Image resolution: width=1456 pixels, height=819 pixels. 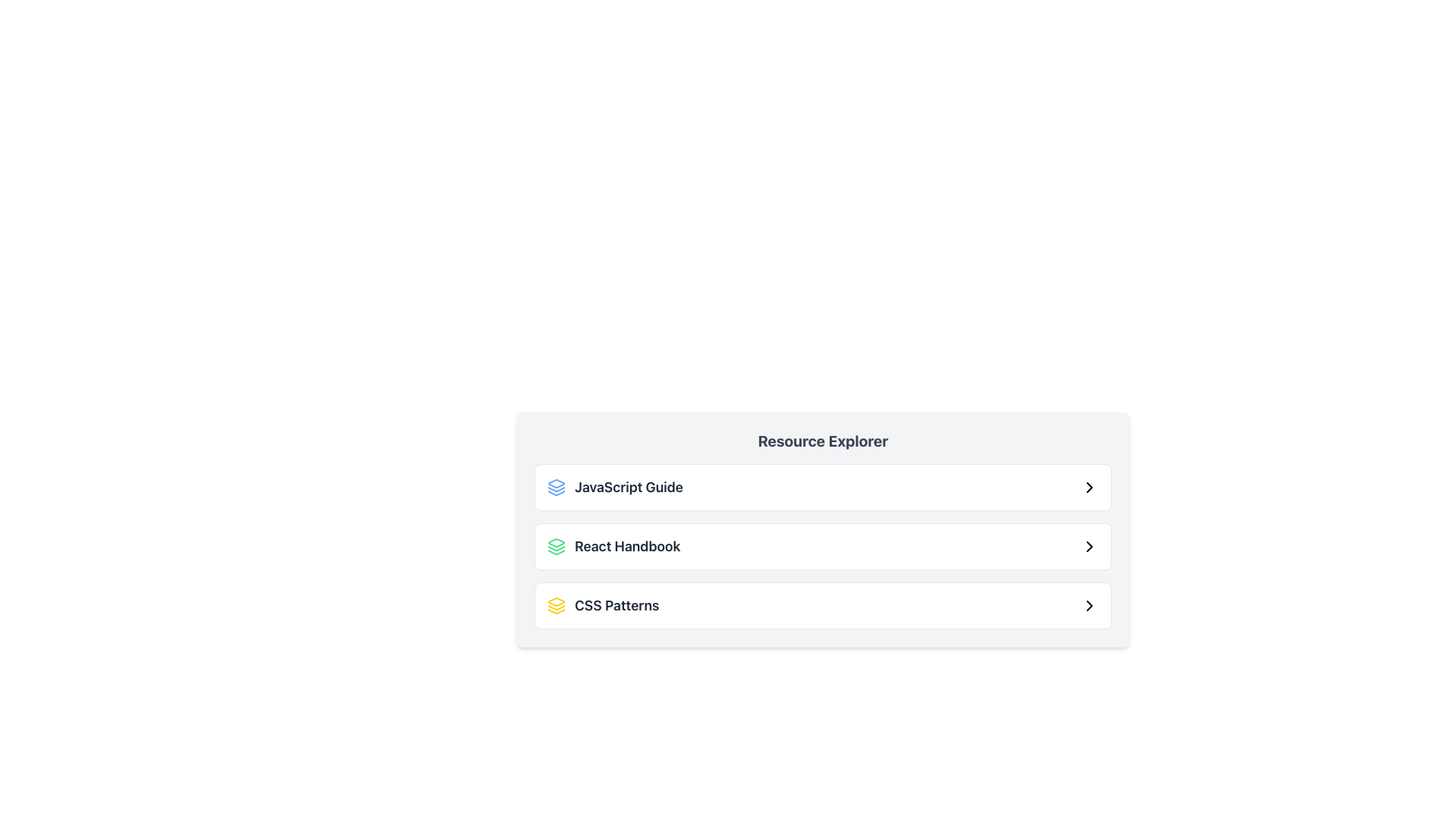 I want to click on the right-facing chevron arrow icon located at the far right end of the 'CSS Patterns' section in the Resource Explorer interface, so click(x=1088, y=604).